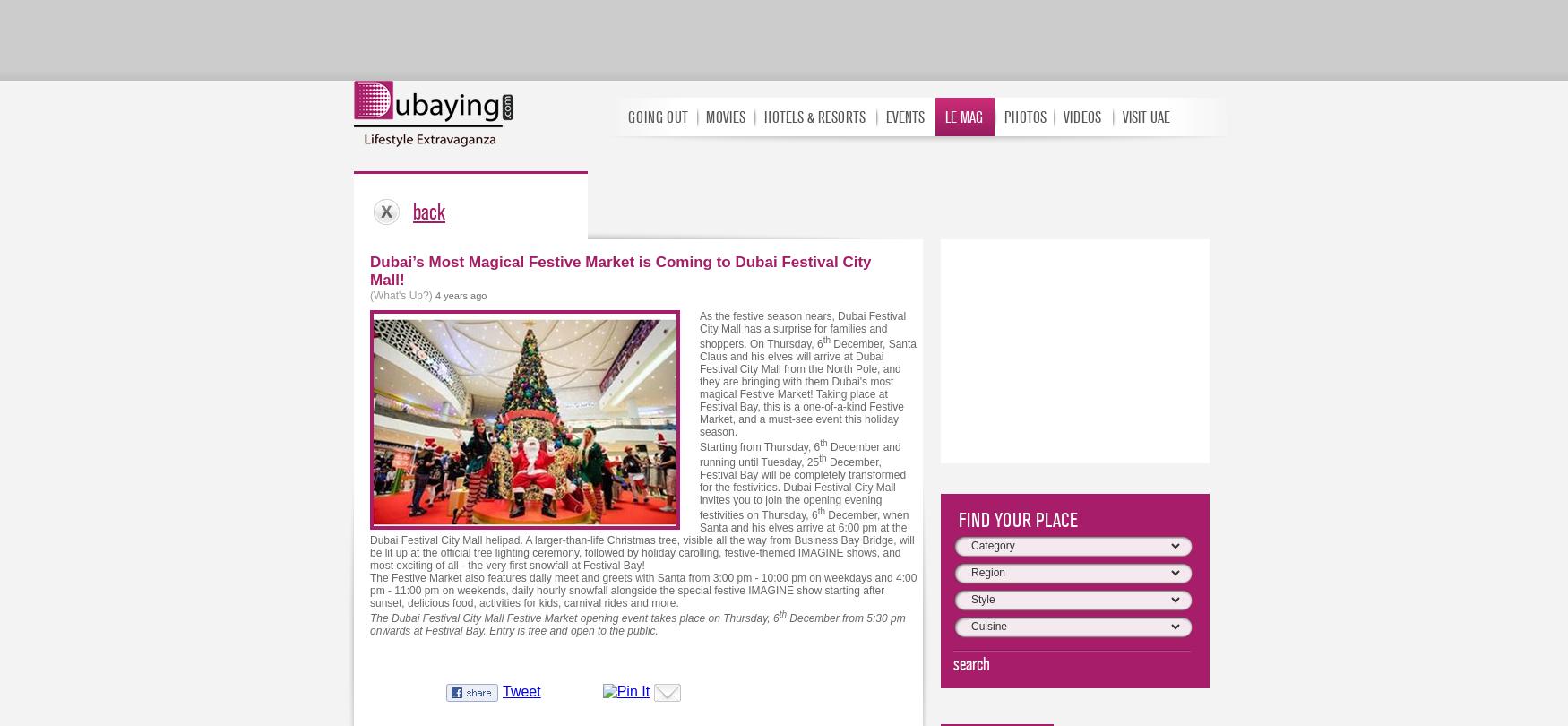 This screenshot has width=1568, height=726. What do you see at coordinates (885, 117) in the screenshot?
I see `'EVENTS'` at bounding box center [885, 117].